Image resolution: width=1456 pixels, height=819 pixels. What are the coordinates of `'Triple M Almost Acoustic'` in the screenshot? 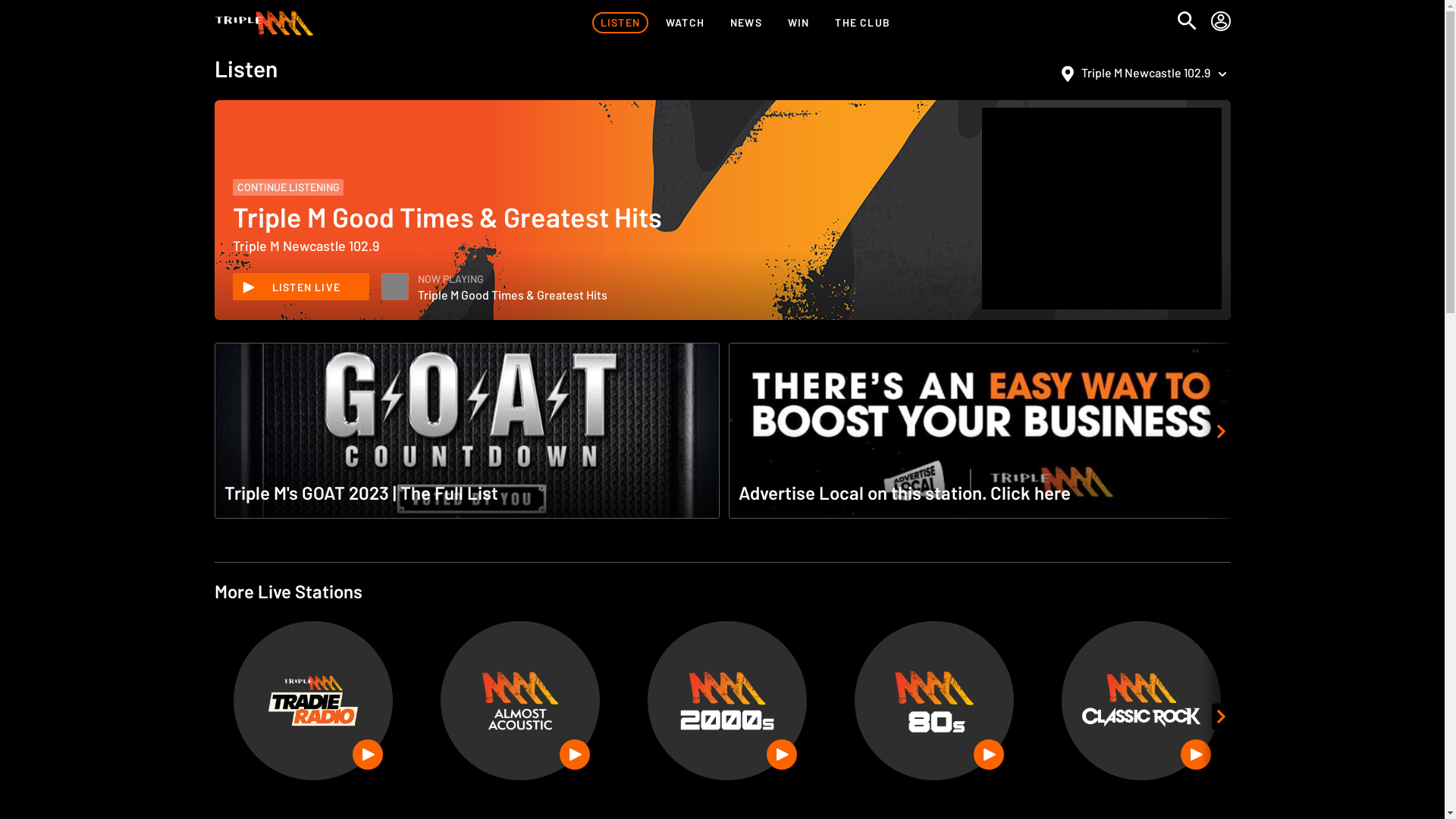 It's located at (520, 701).